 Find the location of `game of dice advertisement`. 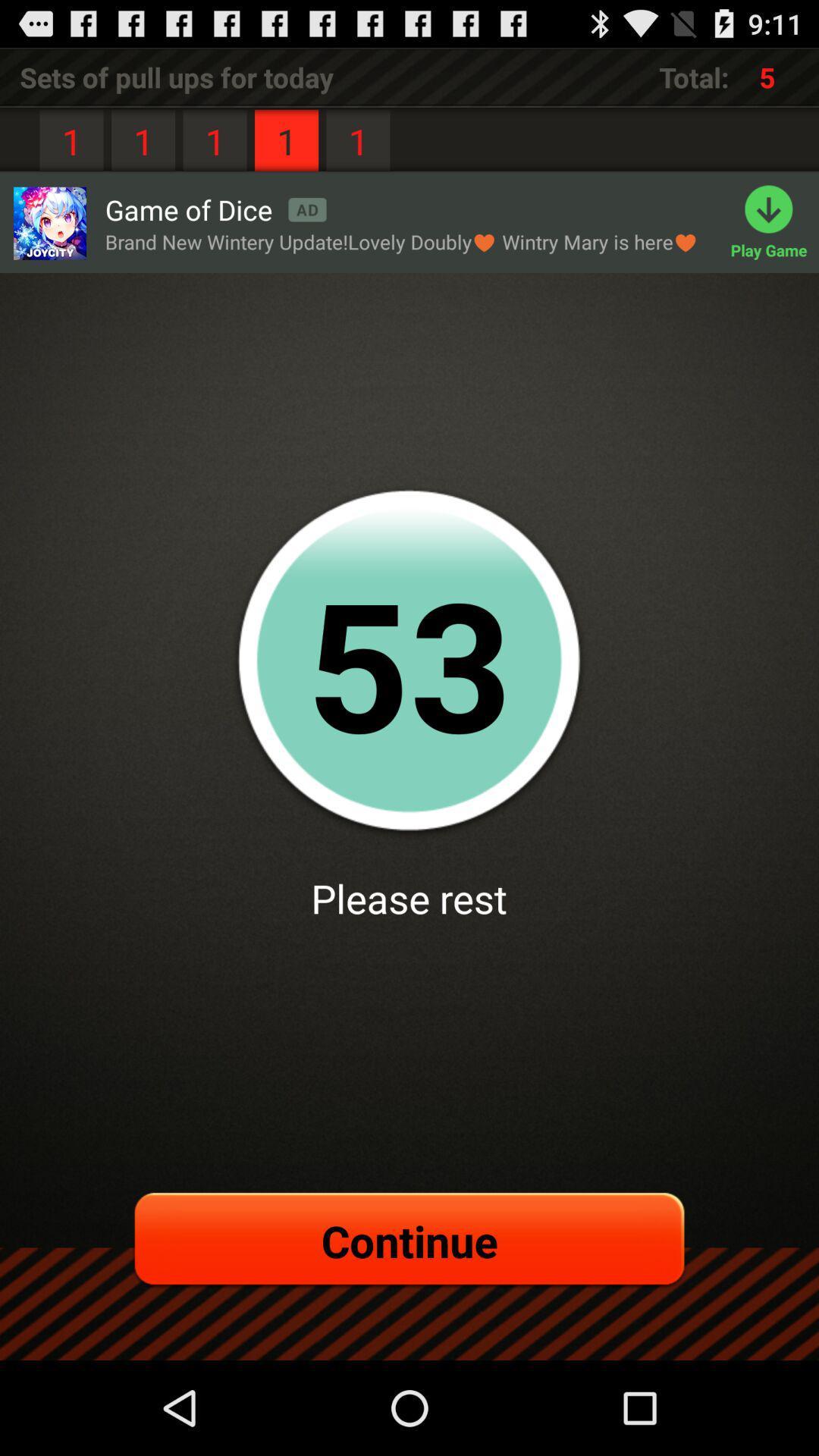

game of dice advertisement is located at coordinates (49, 222).